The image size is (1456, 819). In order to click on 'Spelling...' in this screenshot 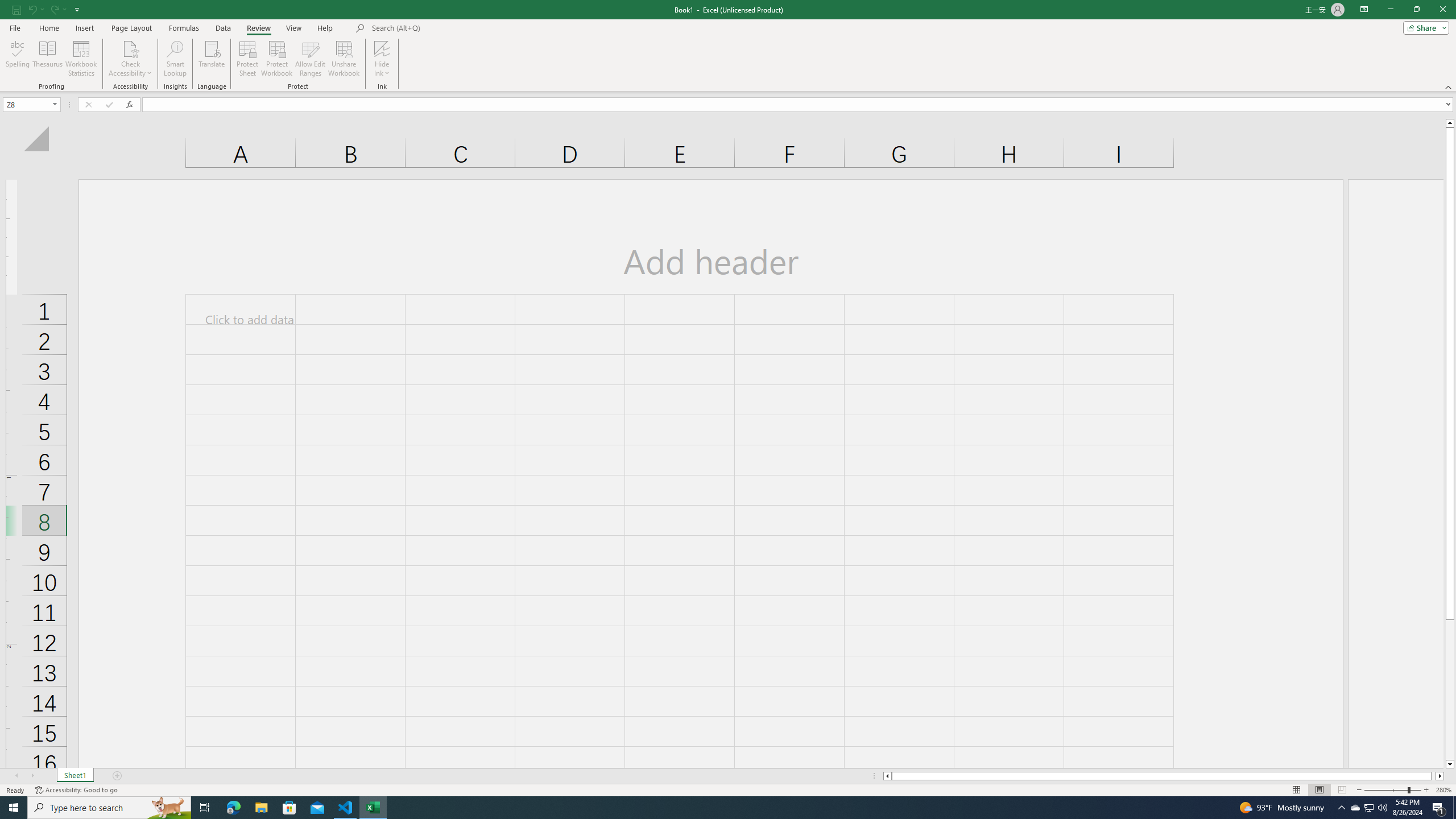, I will do `click(16, 59)`.